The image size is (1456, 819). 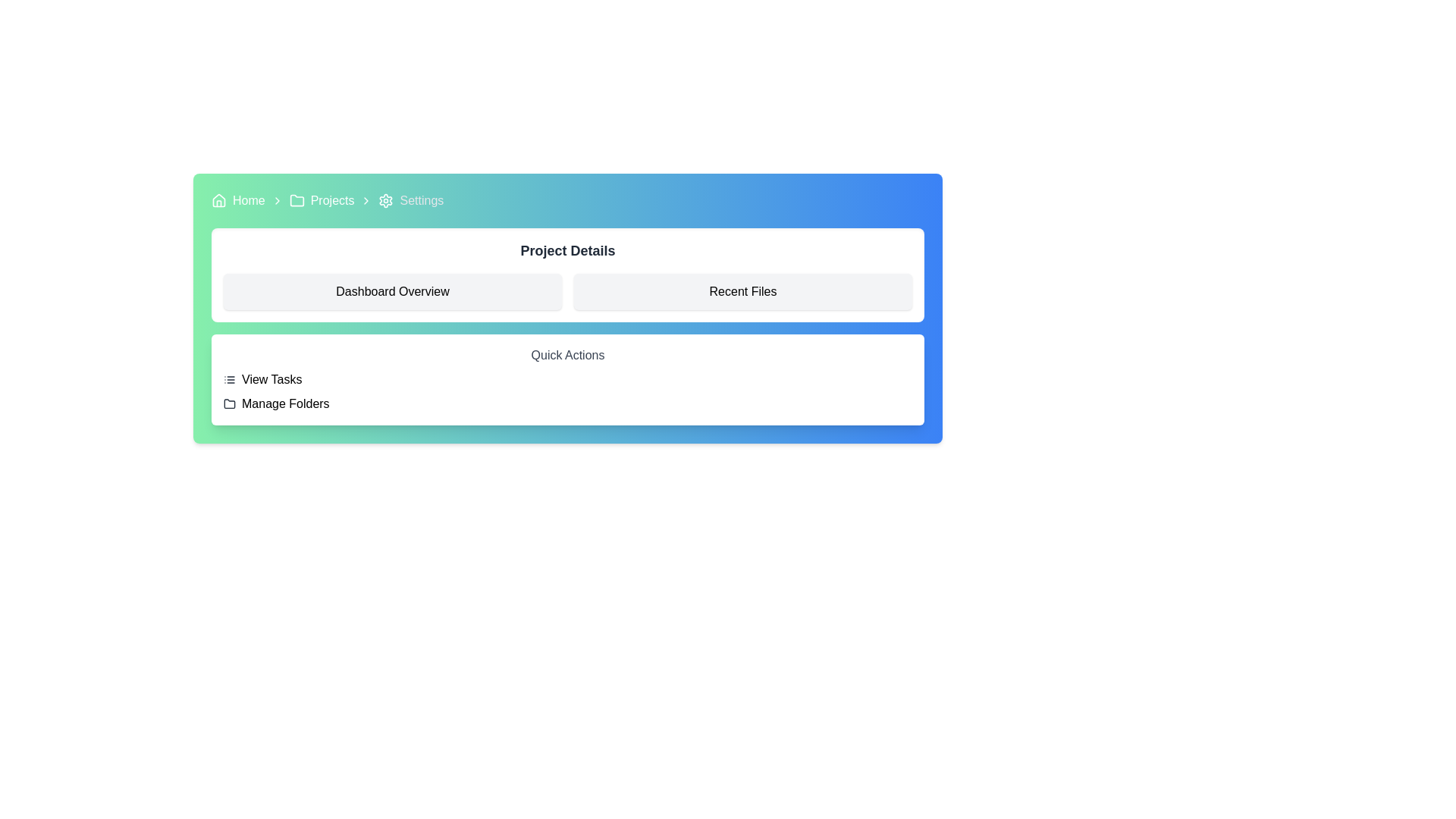 What do you see at coordinates (228, 379) in the screenshot?
I see `the icon resembling a bullet-point list, which is located to the immediate left of the text 'View Tasks' in the 'Quick Actions' area` at bounding box center [228, 379].